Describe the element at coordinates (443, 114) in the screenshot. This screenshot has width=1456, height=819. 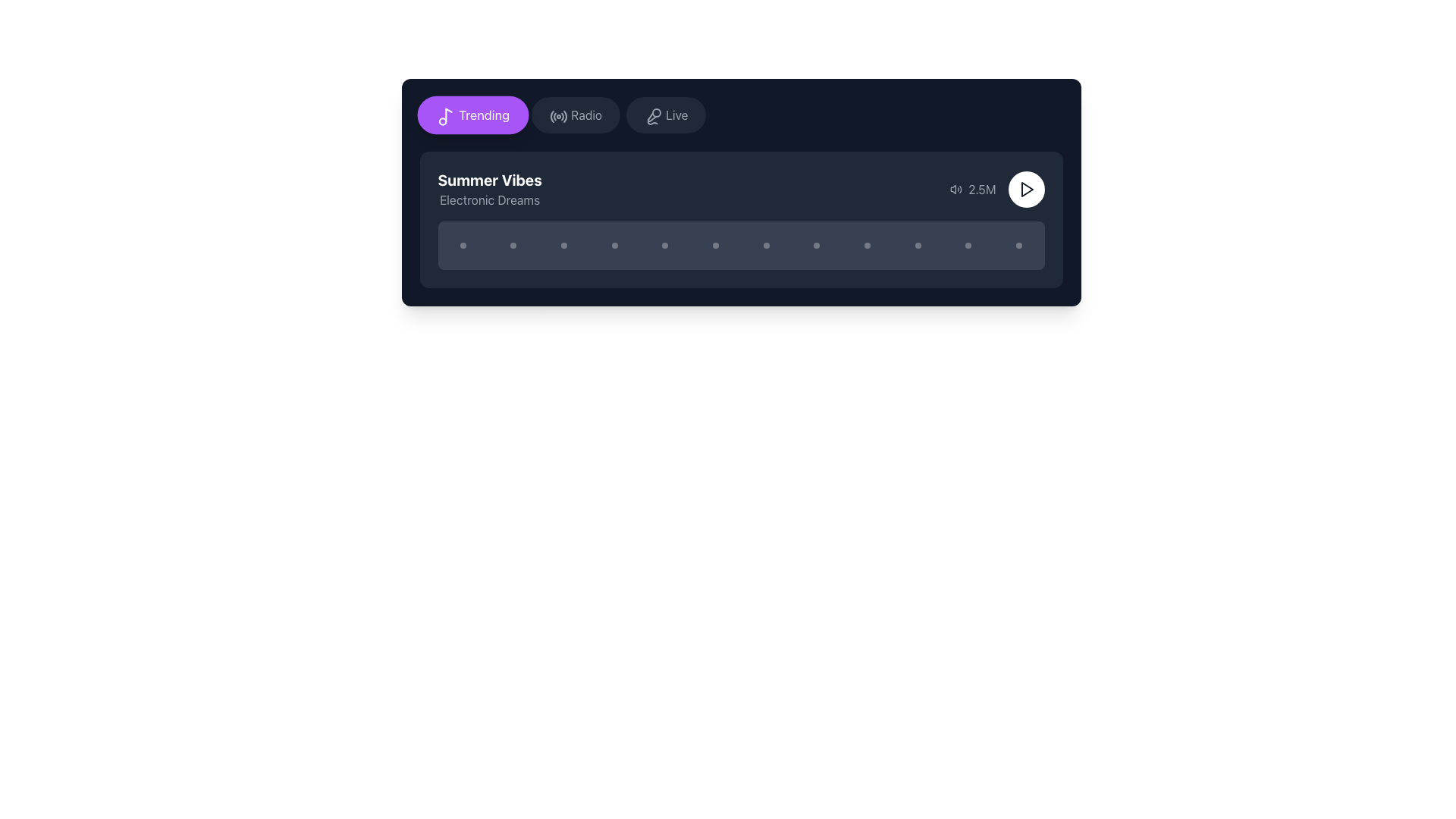
I see `the music icon located to the left of the purple 'Trending' button at the top-left region of the interface` at that location.